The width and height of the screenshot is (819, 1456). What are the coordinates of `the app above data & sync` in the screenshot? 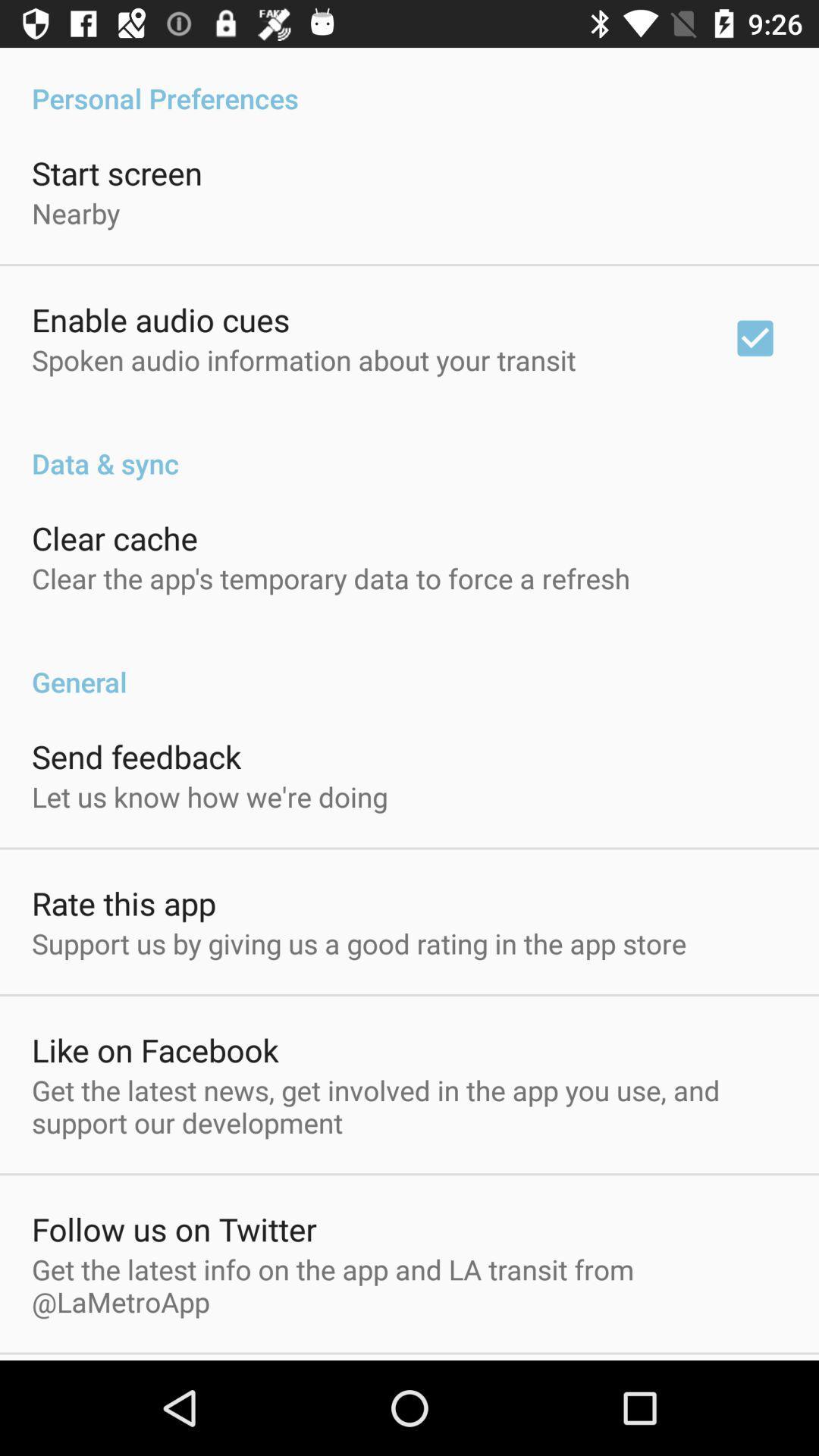 It's located at (755, 337).